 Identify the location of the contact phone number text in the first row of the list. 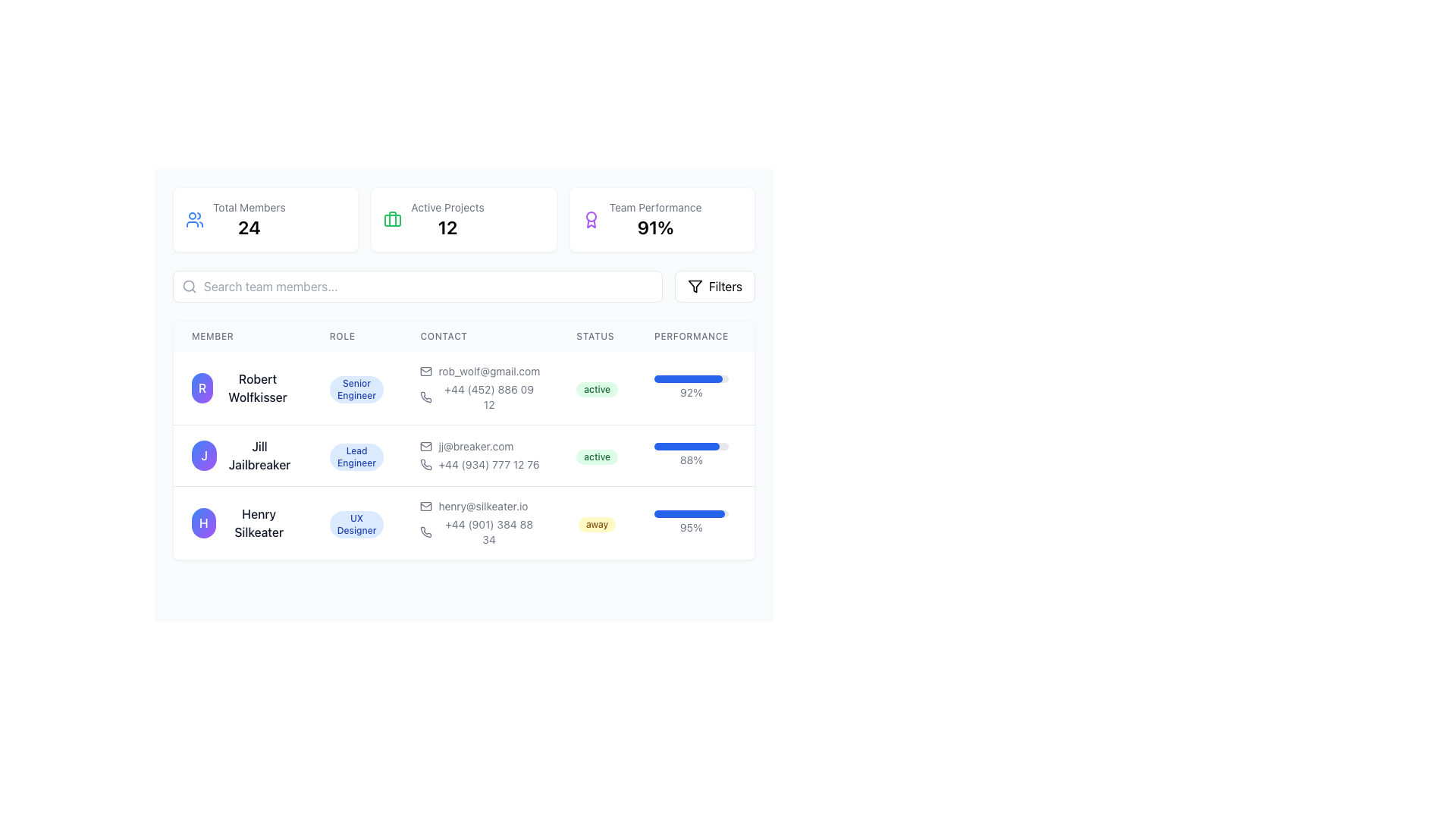
(479, 397).